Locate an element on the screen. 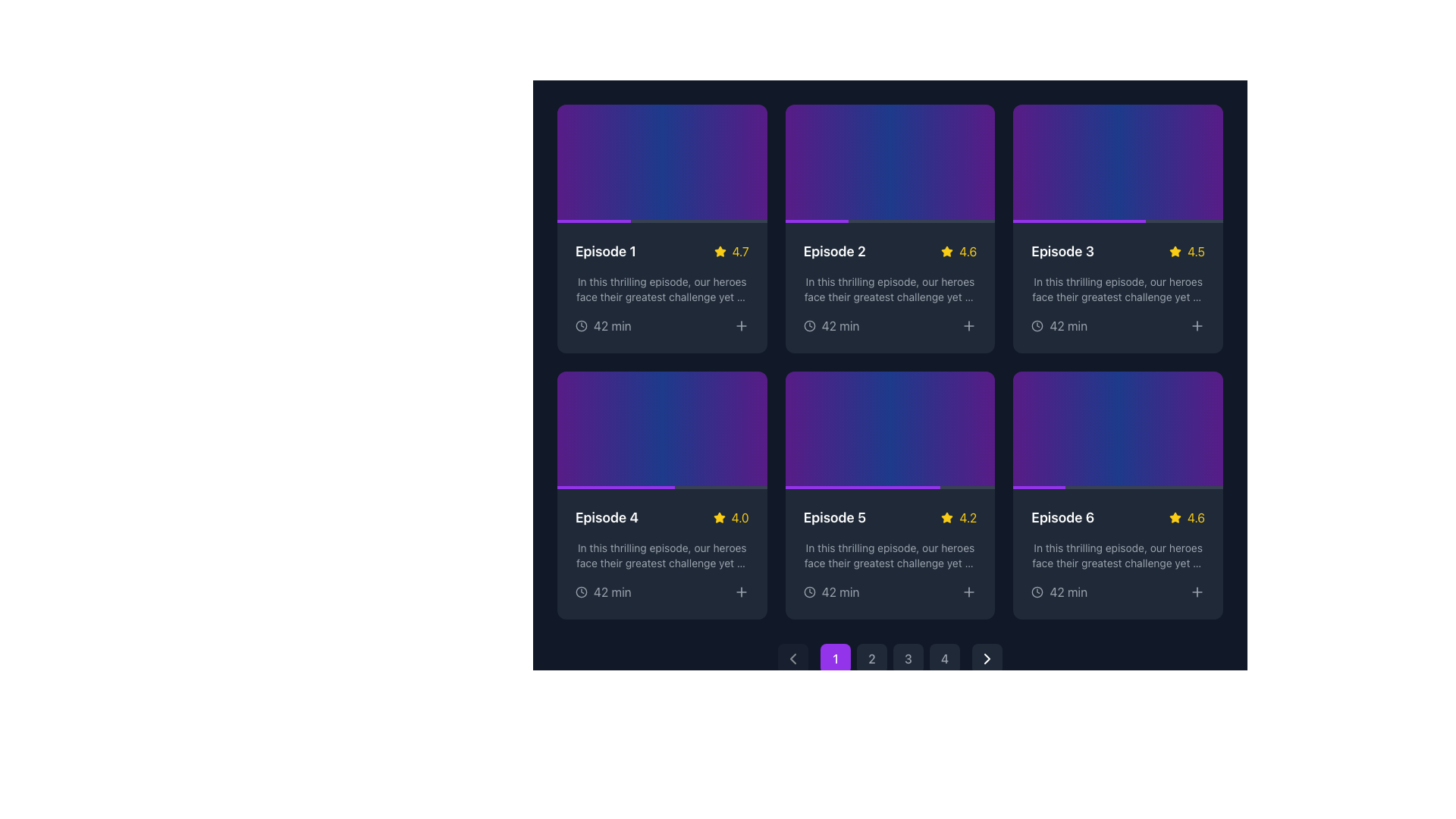  the pagination control button located at the rightmost side of the bottom navigation bar is located at coordinates (987, 657).